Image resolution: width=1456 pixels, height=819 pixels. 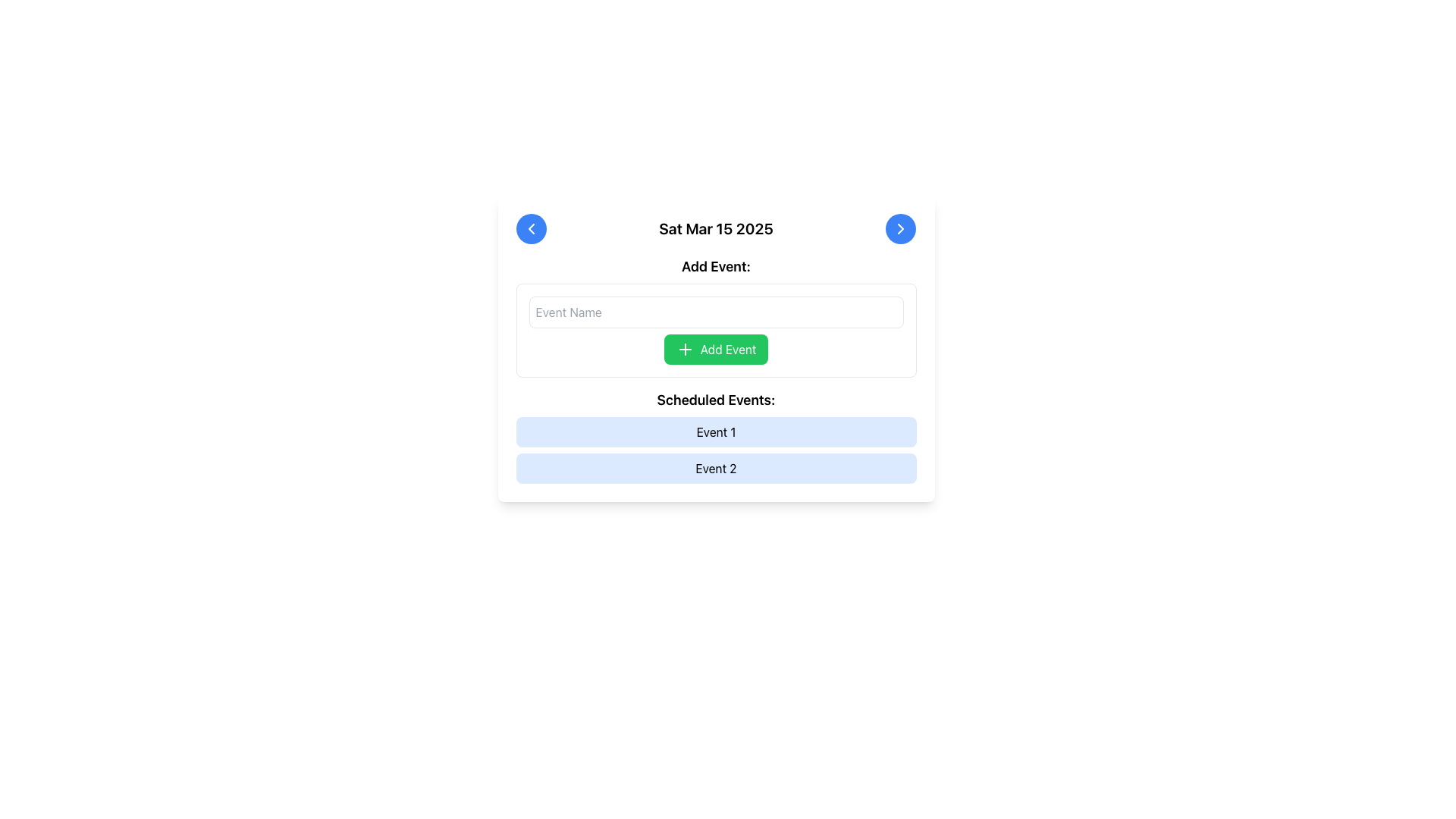 What do you see at coordinates (531, 228) in the screenshot?
I see `the navigation button located at the top-left corner of the 'Sat Mar 15 2025' section` at bounding box center [531, 228].